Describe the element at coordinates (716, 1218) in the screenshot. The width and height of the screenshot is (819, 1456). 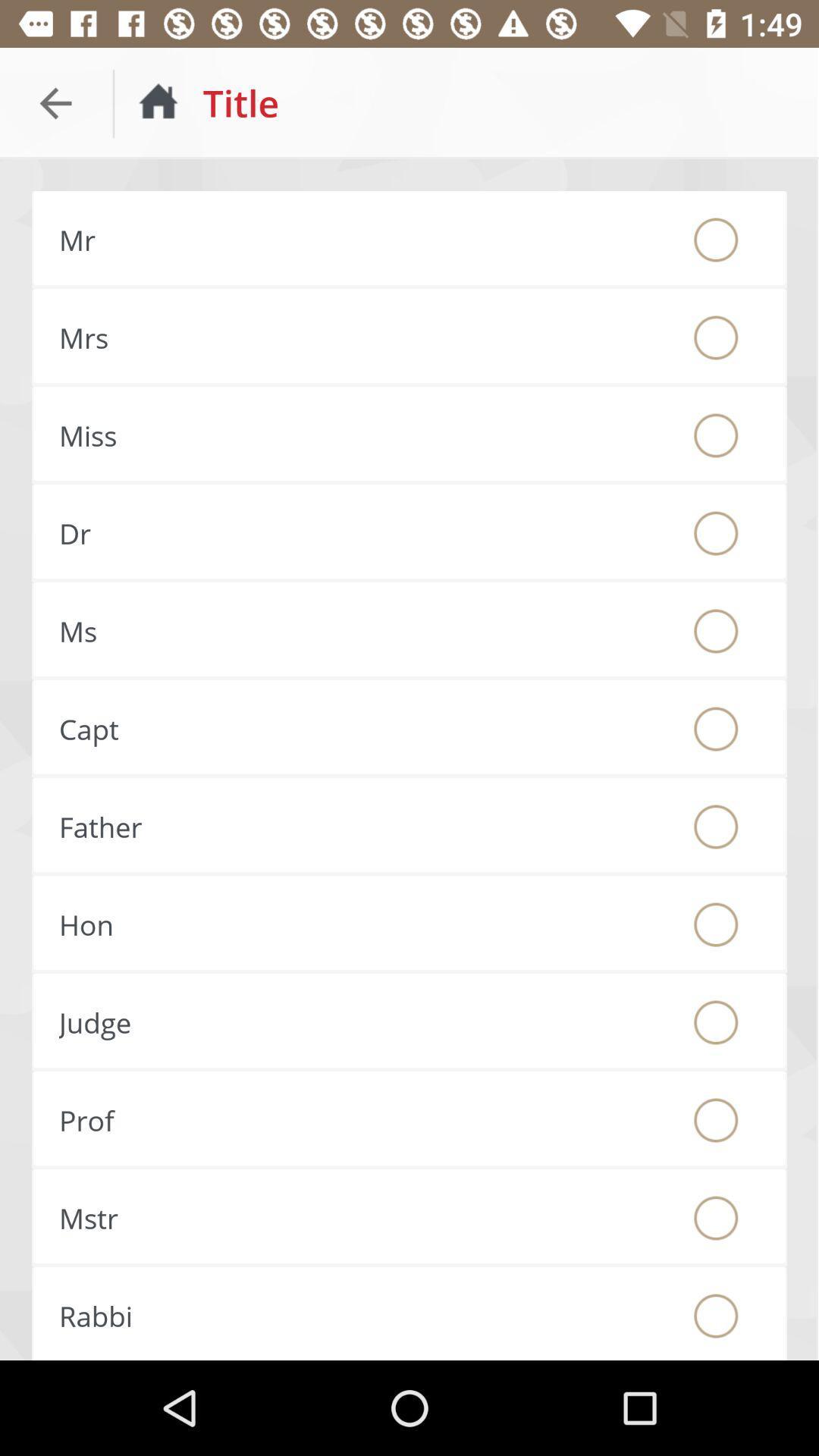
I see `title selector` at that location.